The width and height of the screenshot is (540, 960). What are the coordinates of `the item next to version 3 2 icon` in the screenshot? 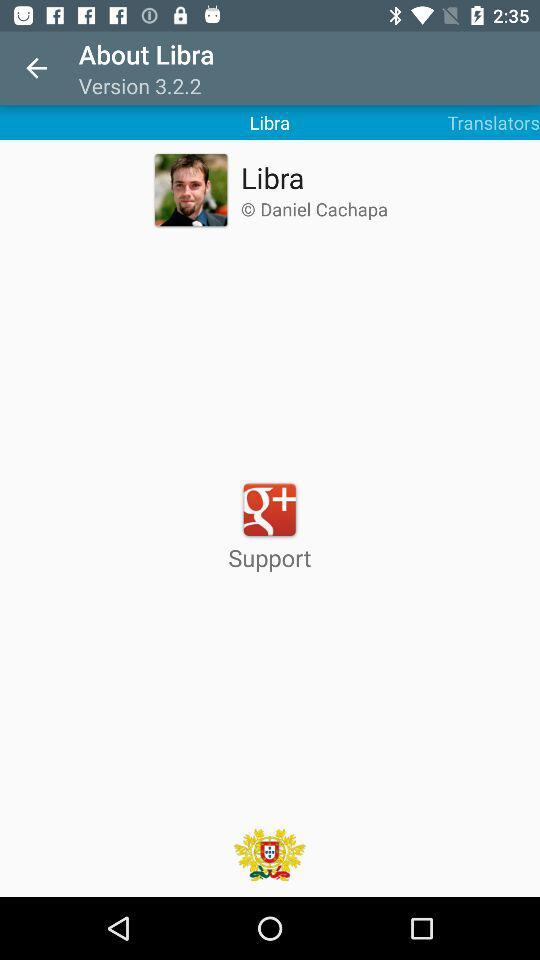 It's located at (36, 68).